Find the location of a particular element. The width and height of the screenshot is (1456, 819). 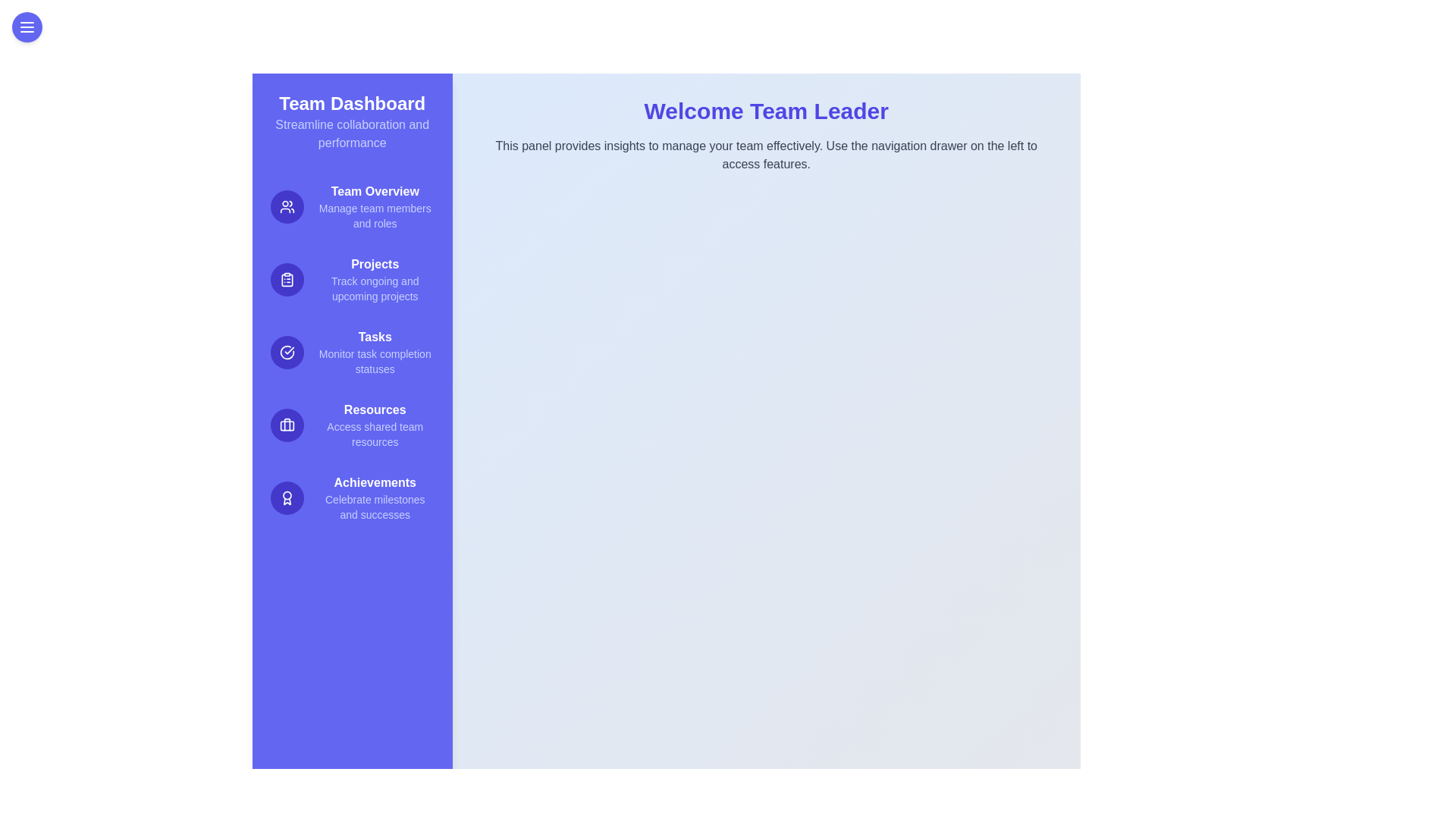

the menu item Tasks to see its hover effect is located at coordinates (351, 353).